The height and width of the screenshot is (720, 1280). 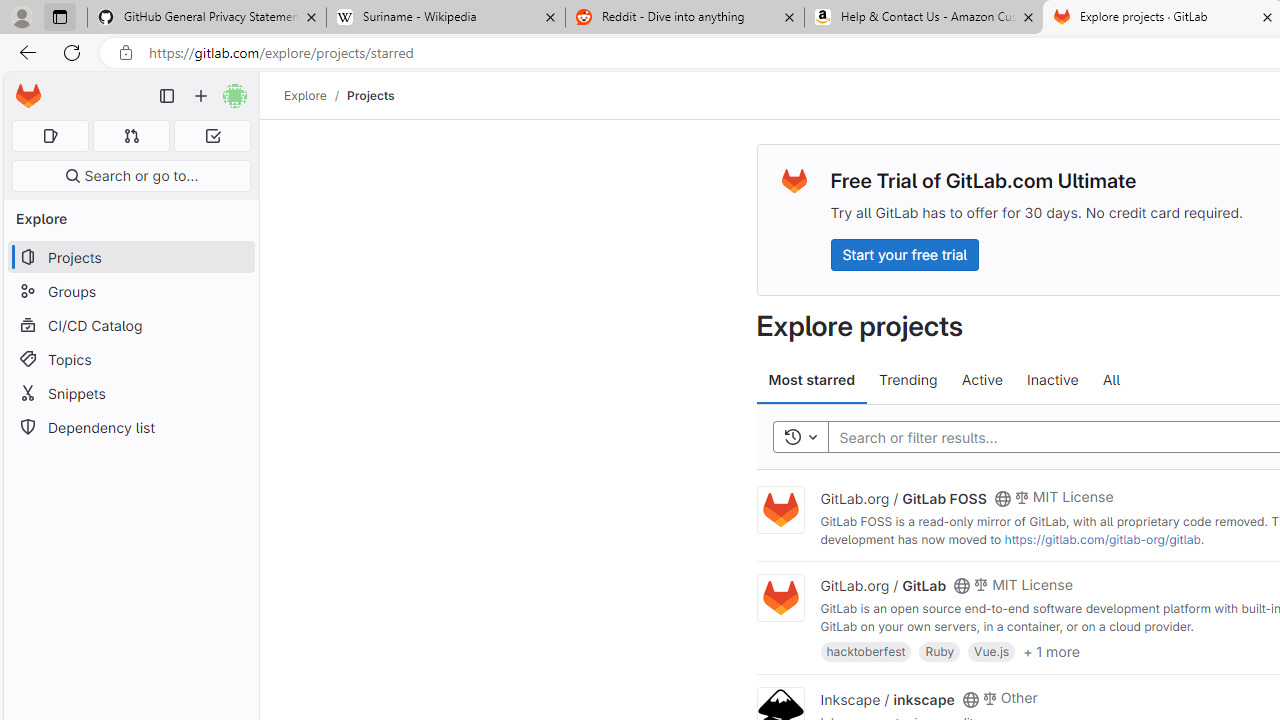 What do you see at coordinates (212, 135) in the screenshot?
I see `'To-Do list 0'` at bounding box center [212, 135].